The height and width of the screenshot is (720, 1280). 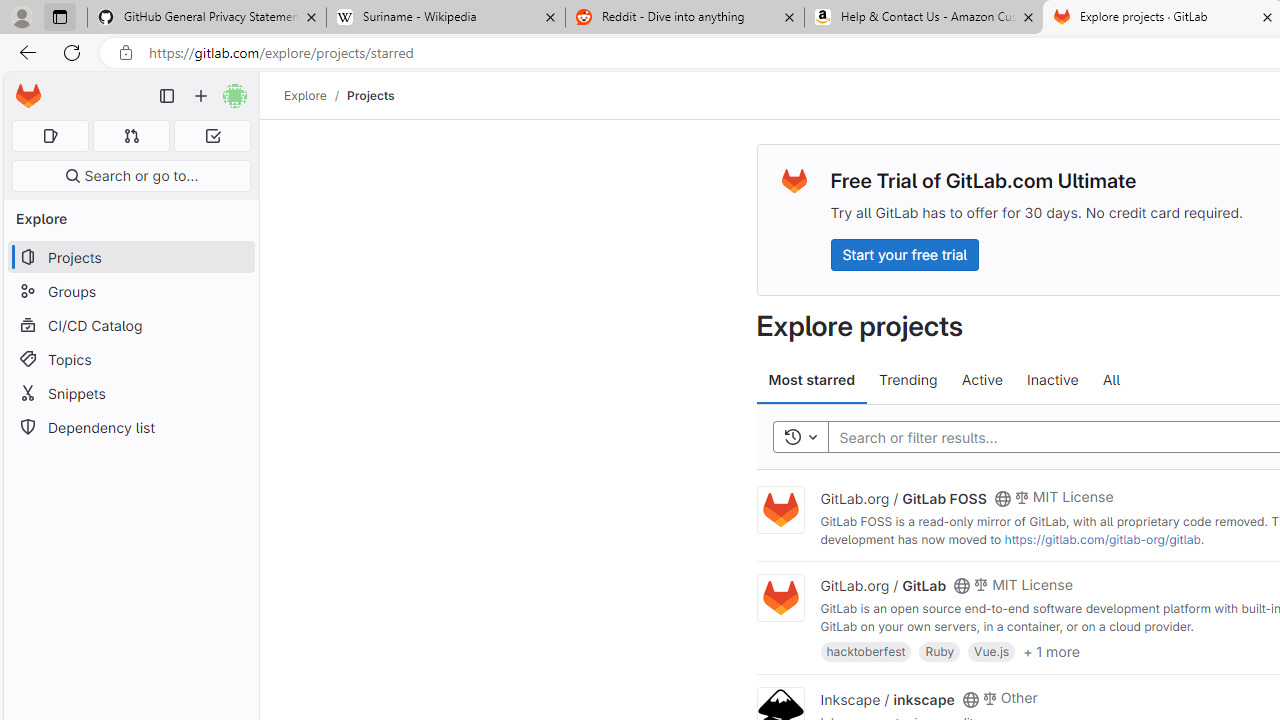 What do you see at coordinates (212, 135) in the screenshot?
I see `'To-Do list 0'` at bounding box center [212, 135].